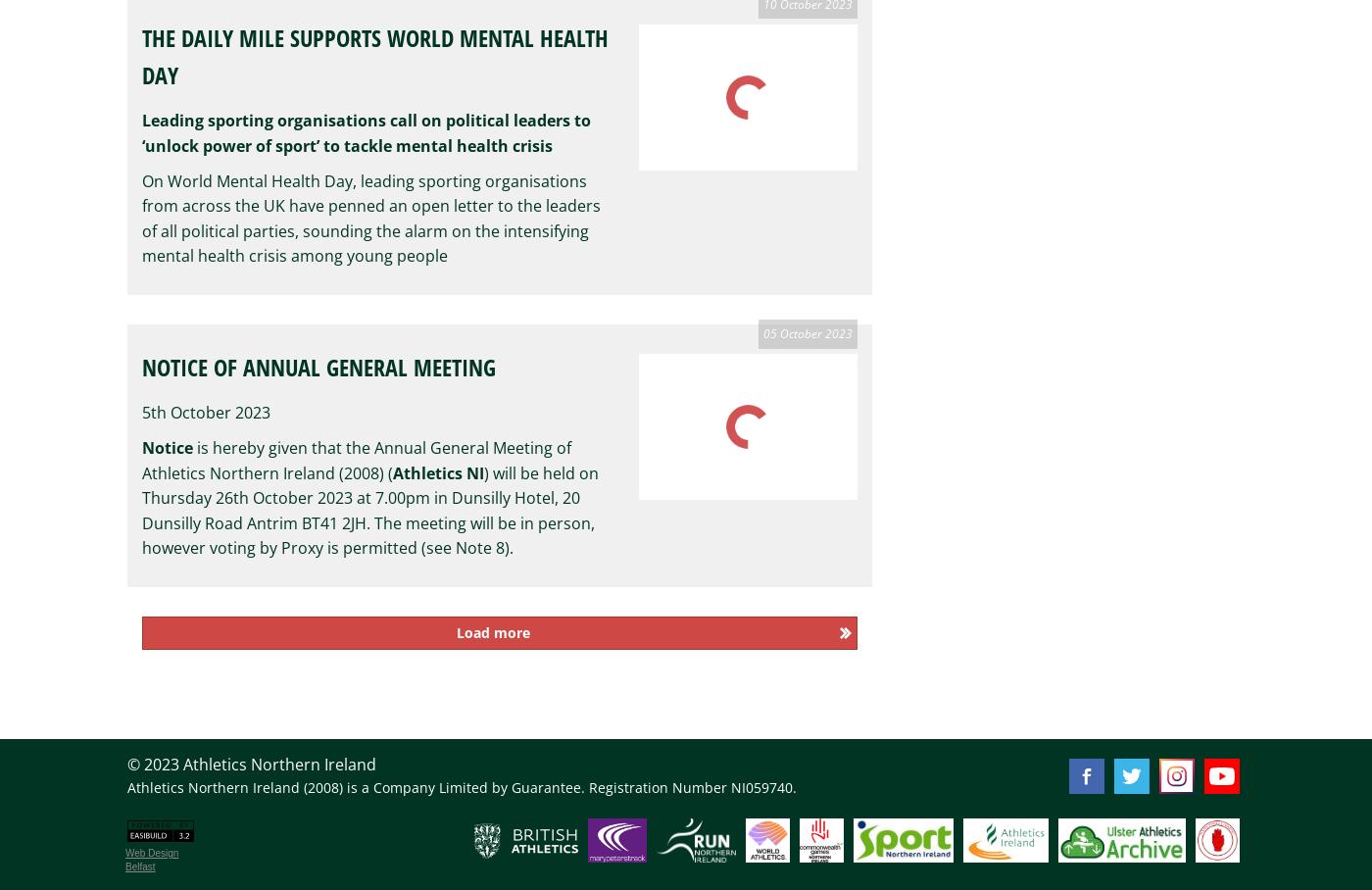  What do you see at coordinates (392, 470) in the screenshot?
I see `'Athletics NI'` at bounding box center [392, 470].